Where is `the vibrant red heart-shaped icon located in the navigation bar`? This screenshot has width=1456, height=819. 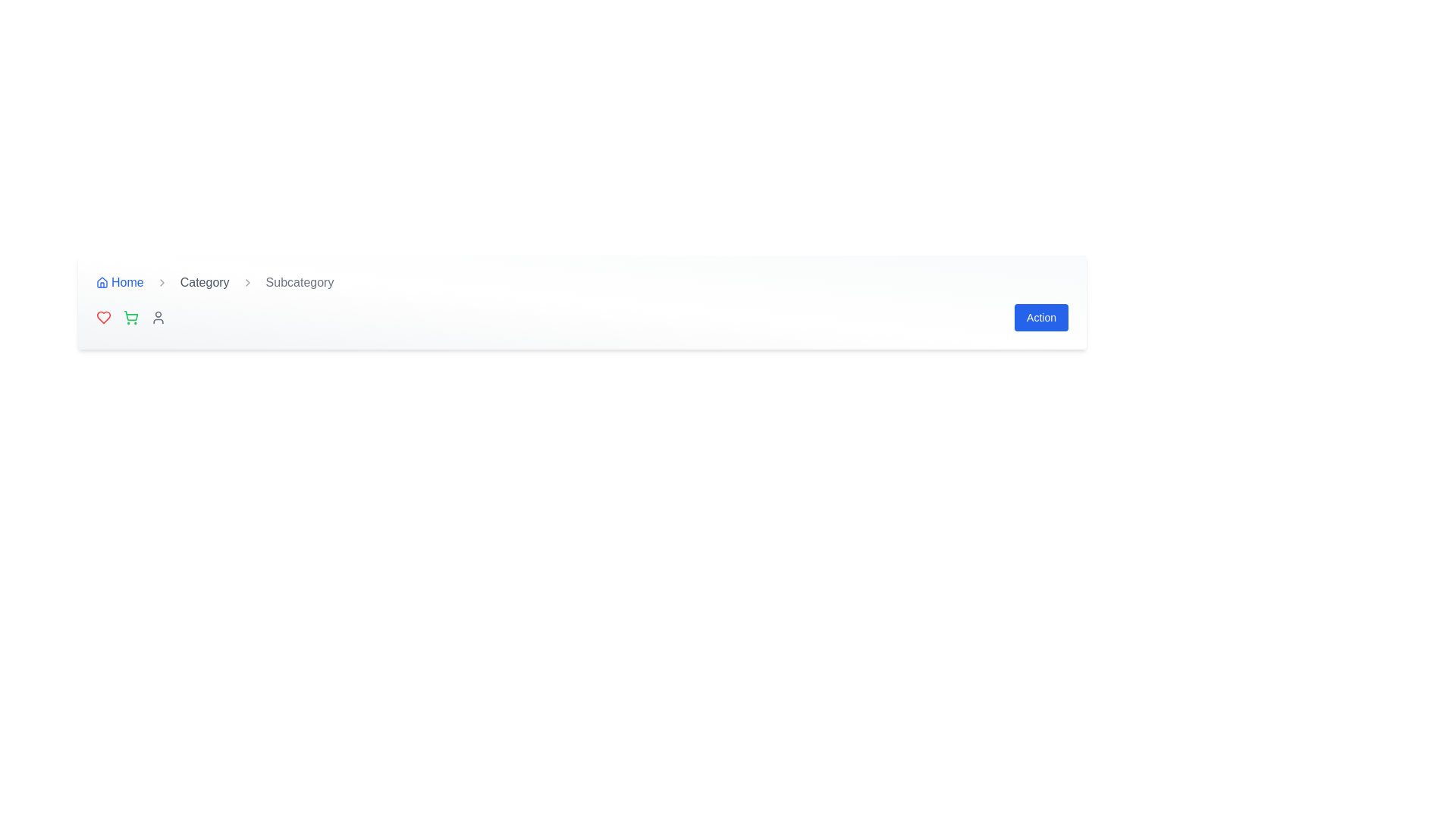
the vibrant red heart-shaped icon located in the navigation bar is located at coordinates (103, 317).